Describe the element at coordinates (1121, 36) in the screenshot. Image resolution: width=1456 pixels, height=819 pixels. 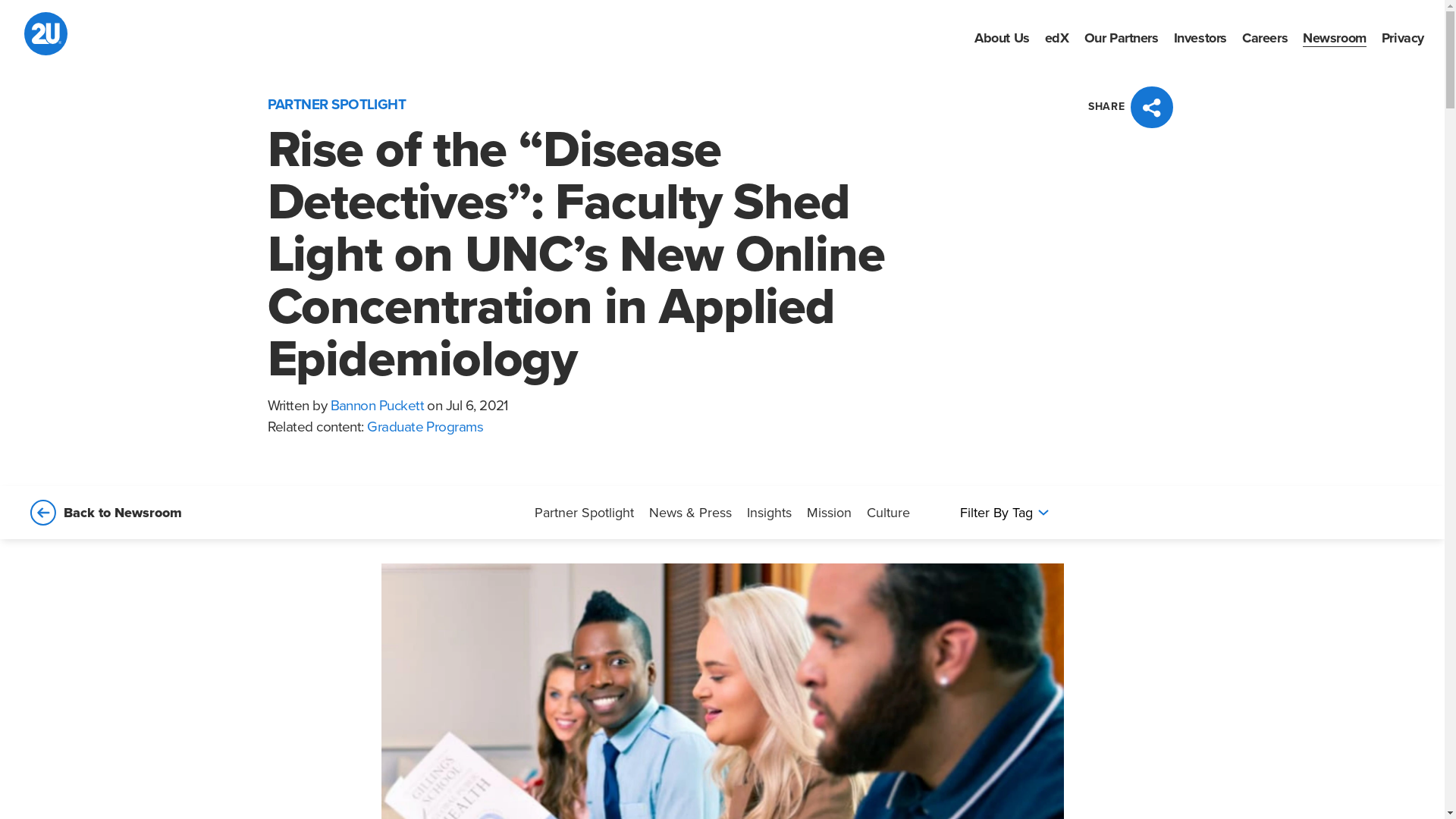
I see `'Our Partners'` at that location.